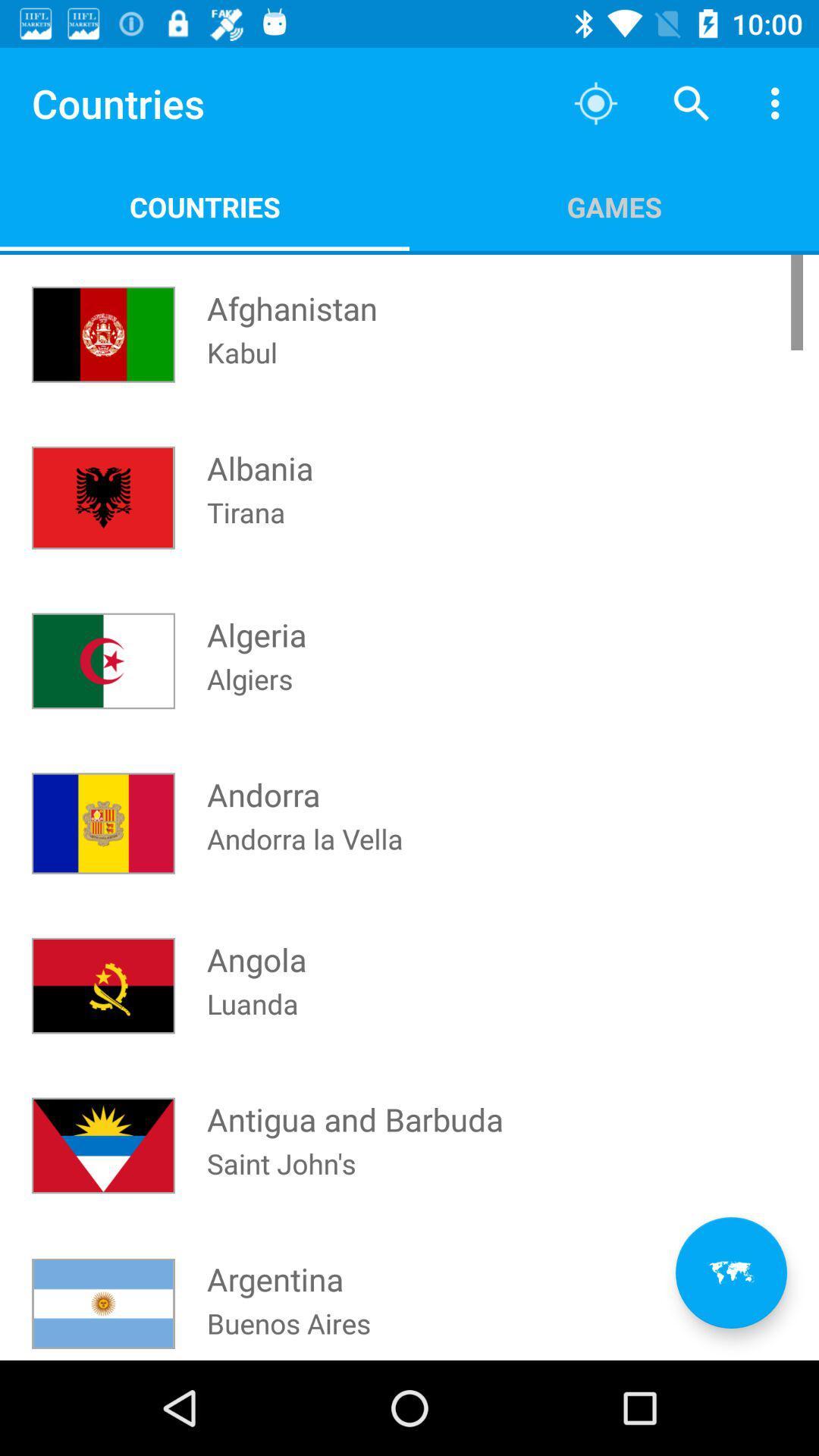 This screenshot has width=819, height=1456. I want to click on antigua and barbuda item, so click(355, 1105).